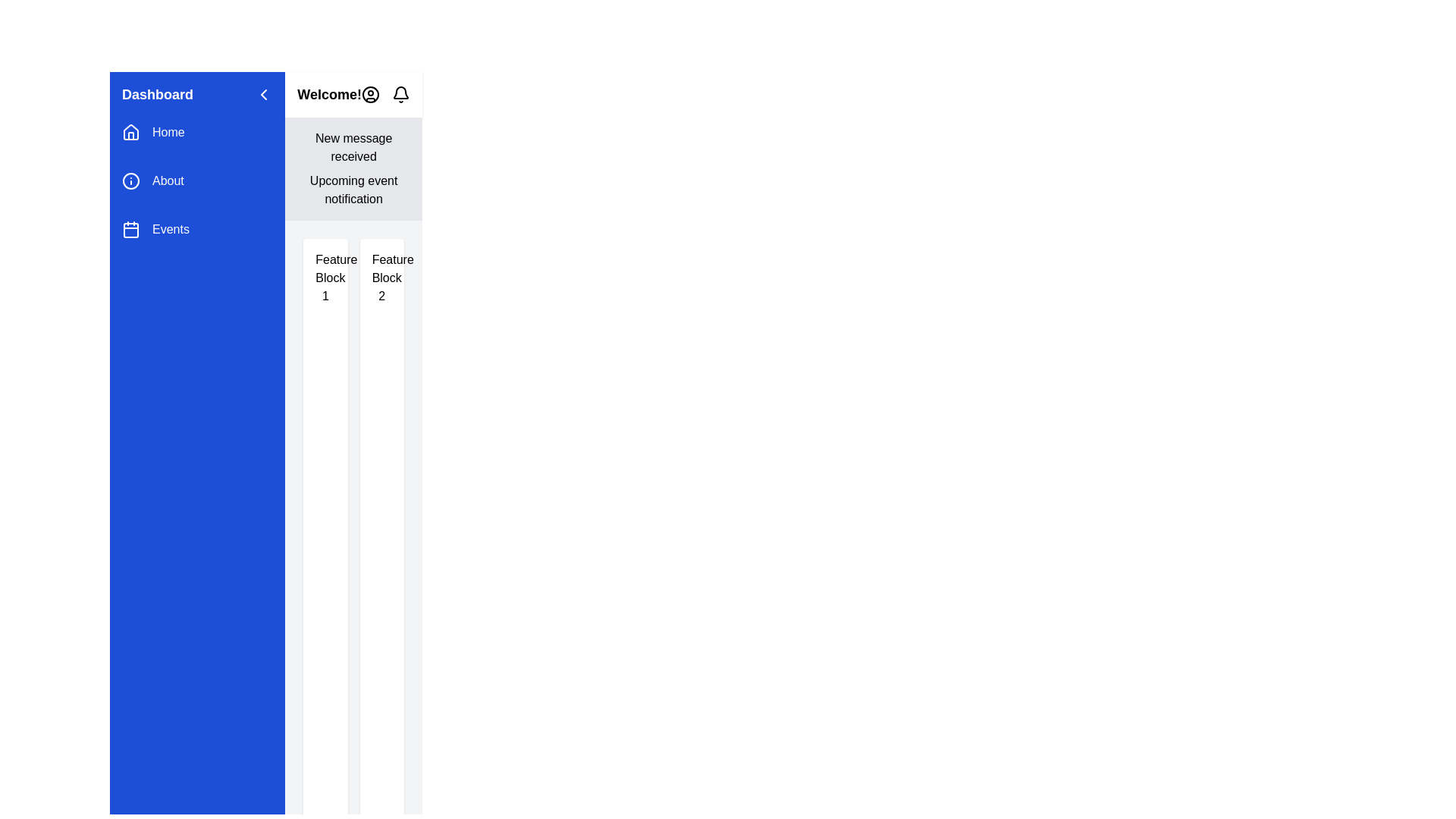  Describe the element at coordinates (385, 94) in the screenshot. I see `the notification bell icon in the header bar` at that location.